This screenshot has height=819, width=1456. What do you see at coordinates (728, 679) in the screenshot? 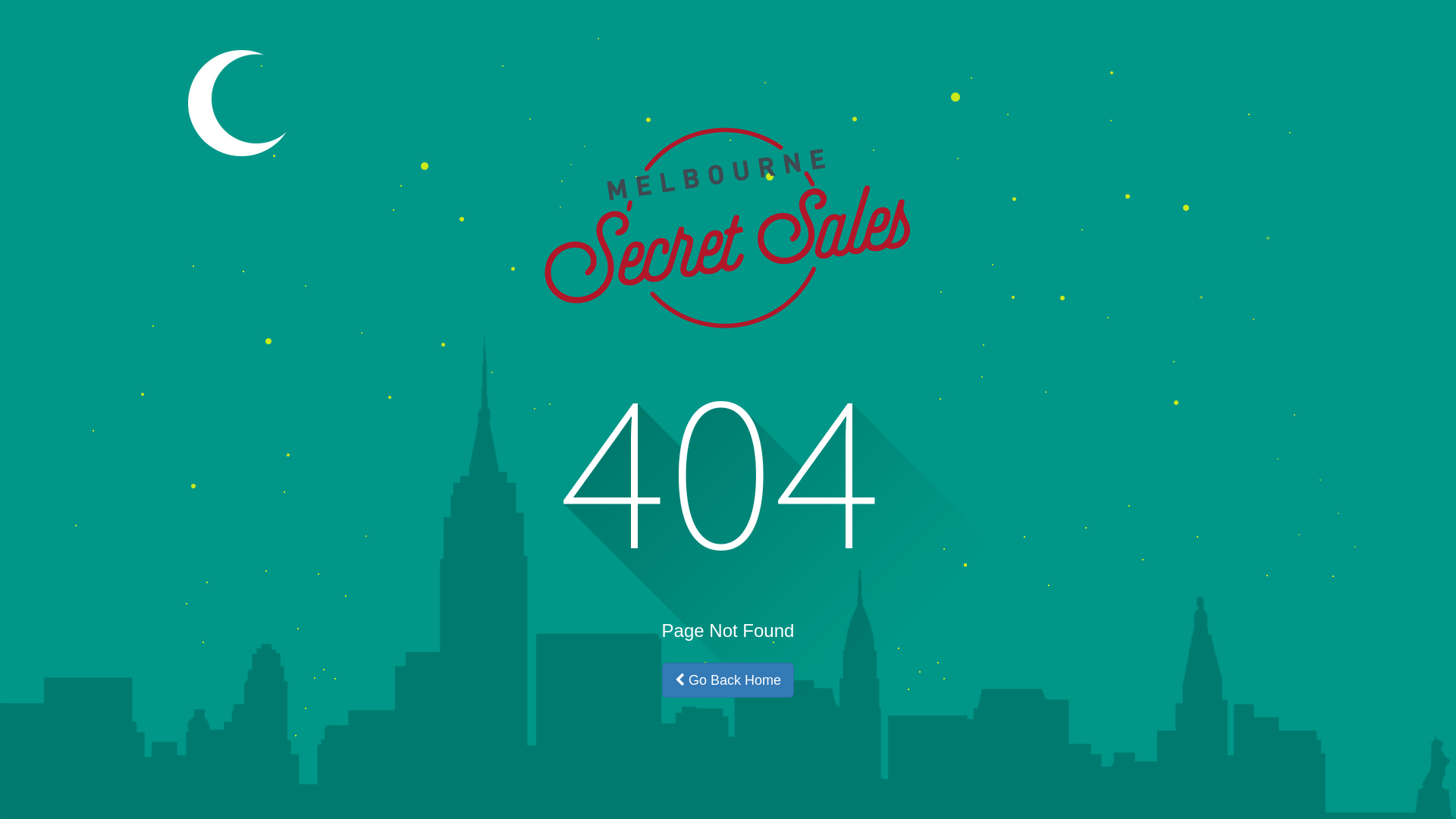
I see `'Go Back Home'` at bounding box center [728, 679].